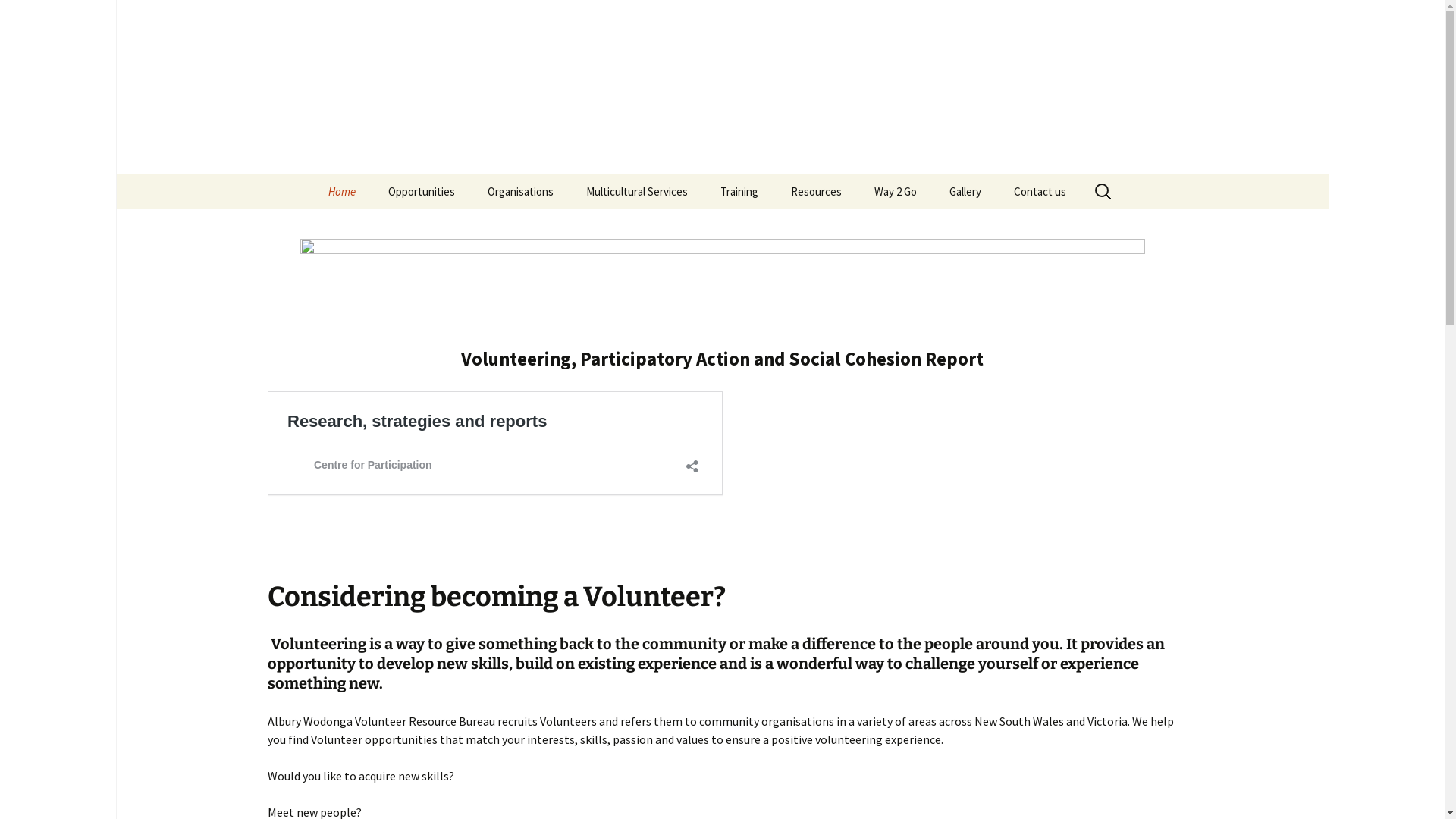 This screenshot has height=819, width=1456. I want to click on 'About us', so click(388, 225).